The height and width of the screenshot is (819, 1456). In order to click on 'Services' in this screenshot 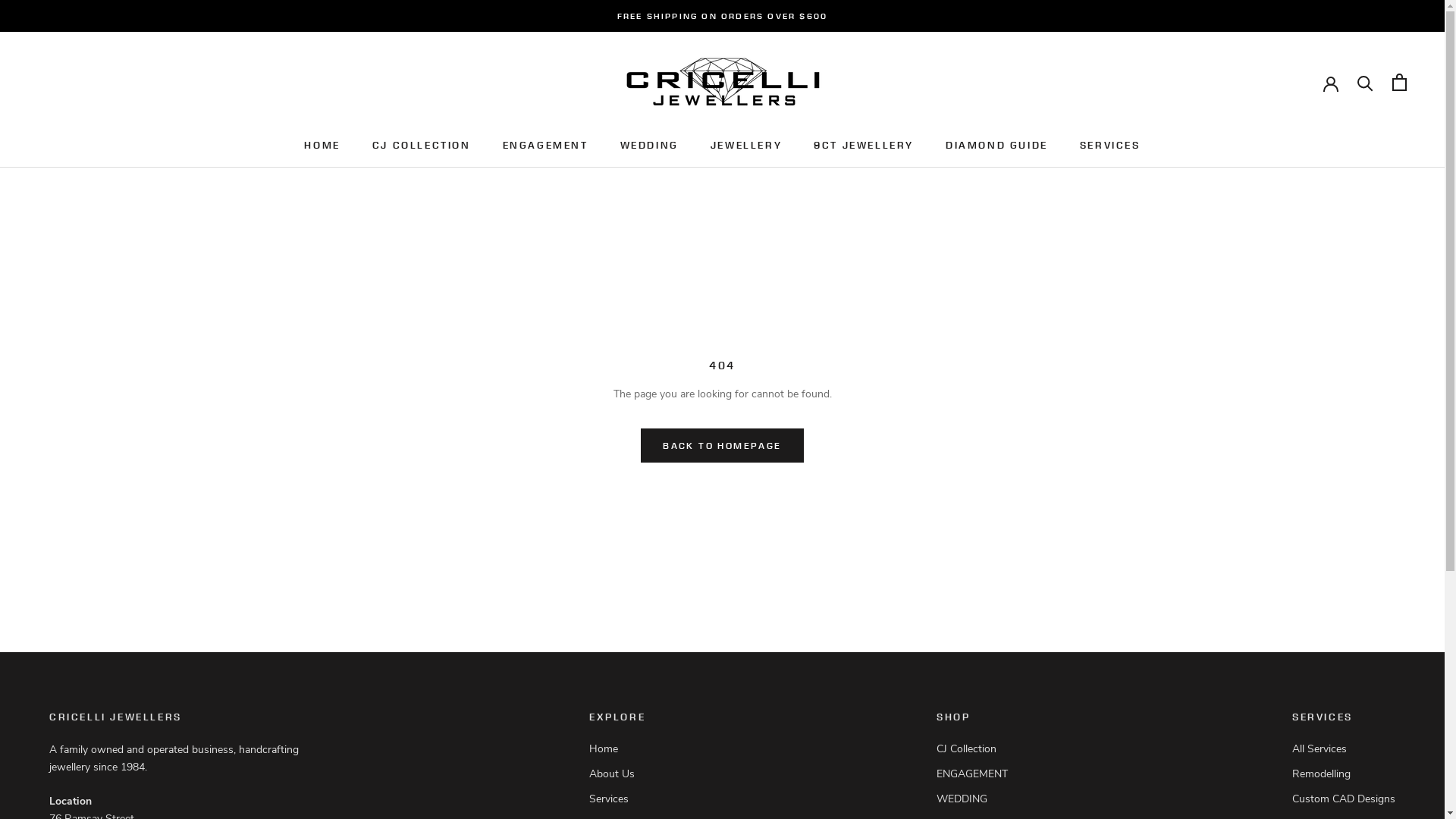, I will do `click(626, 798)`.